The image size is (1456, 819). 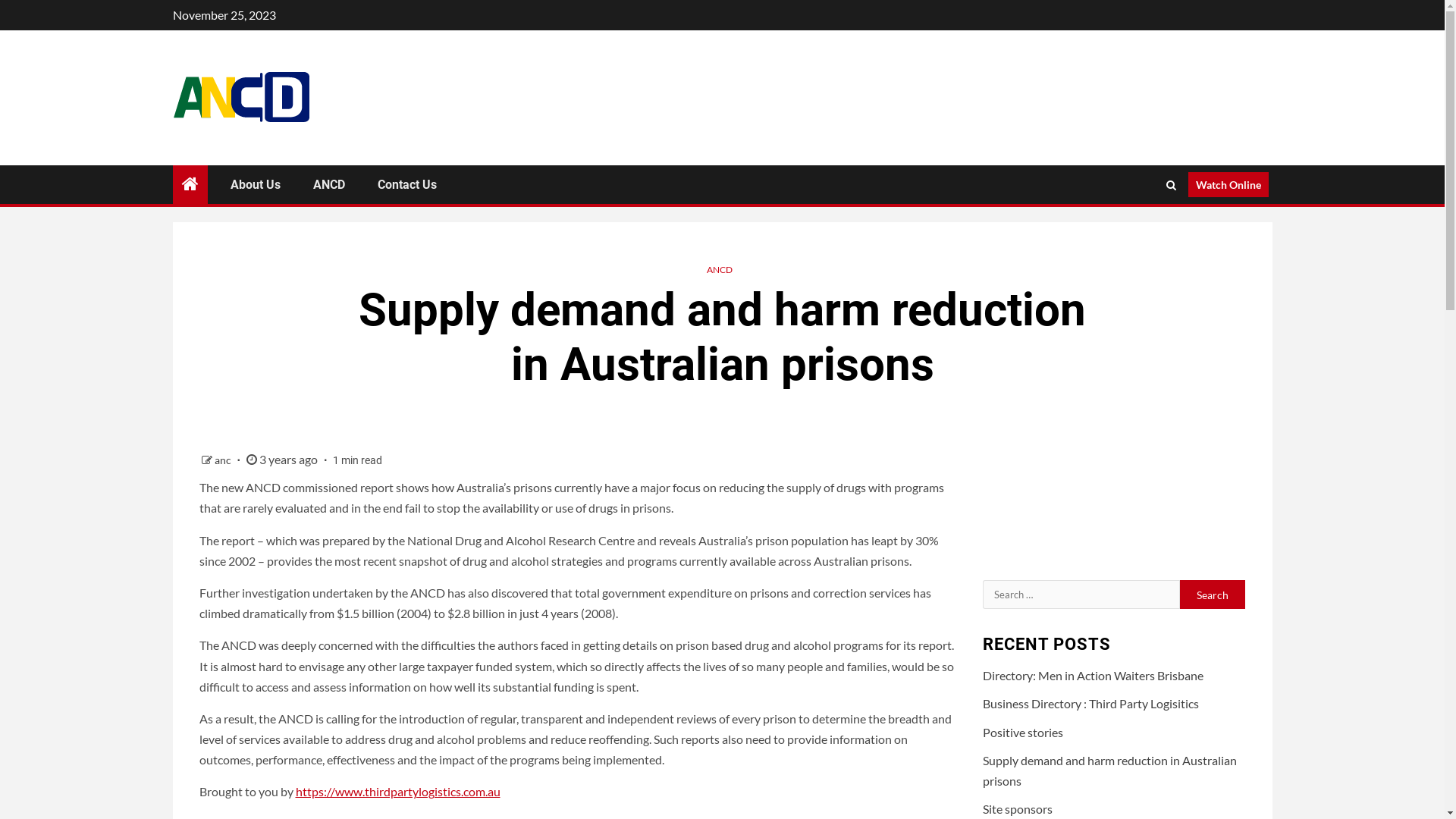 What do you see at coordinates (1227, 184) in the screenshot?
I see `'Watch Online'` at bounding box center [1227, 184].